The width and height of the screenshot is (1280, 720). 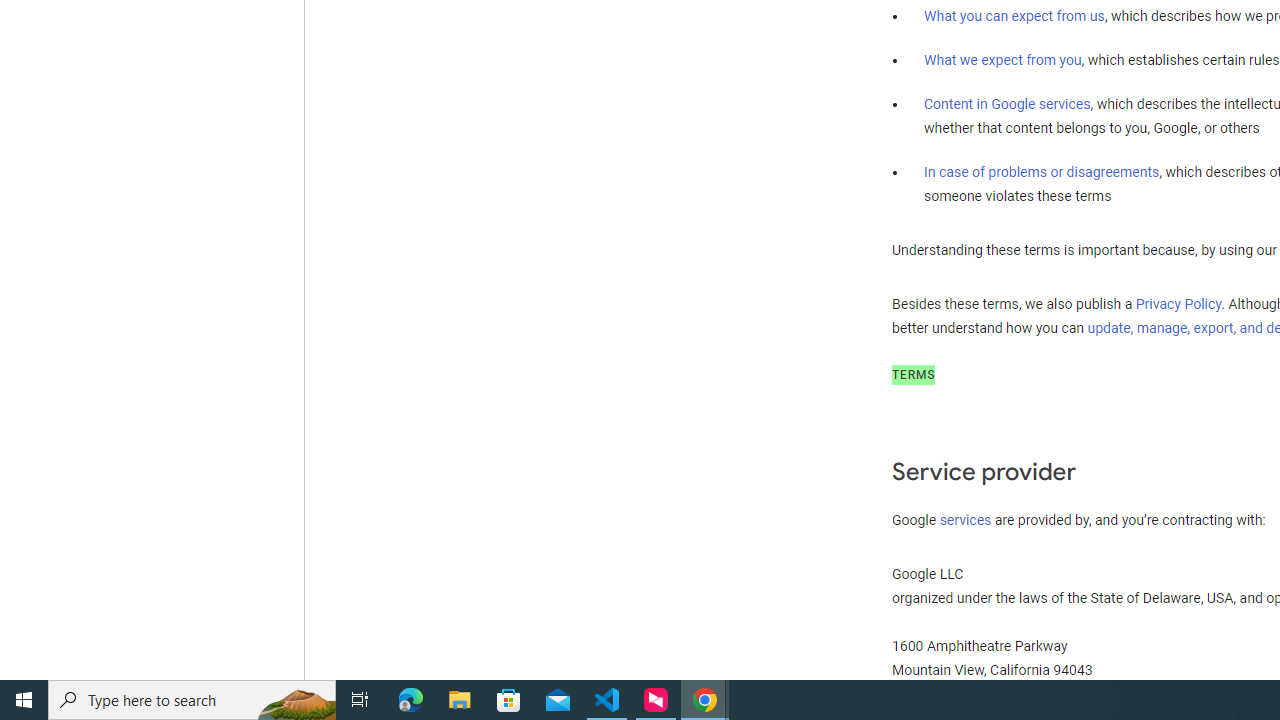 I want to click on 'In case of problems or disagreements', so click(x=1040, y=170).